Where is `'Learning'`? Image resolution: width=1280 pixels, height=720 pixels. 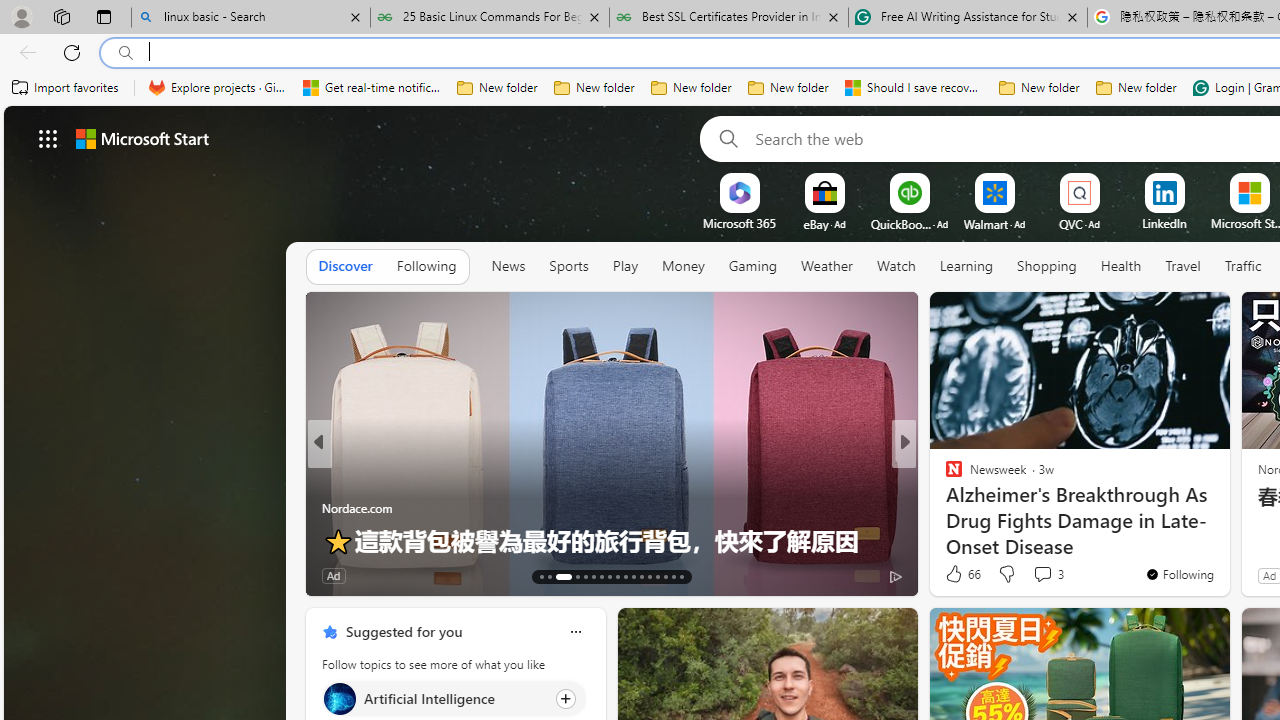
'Learning' is located at coordinates (966, 265).